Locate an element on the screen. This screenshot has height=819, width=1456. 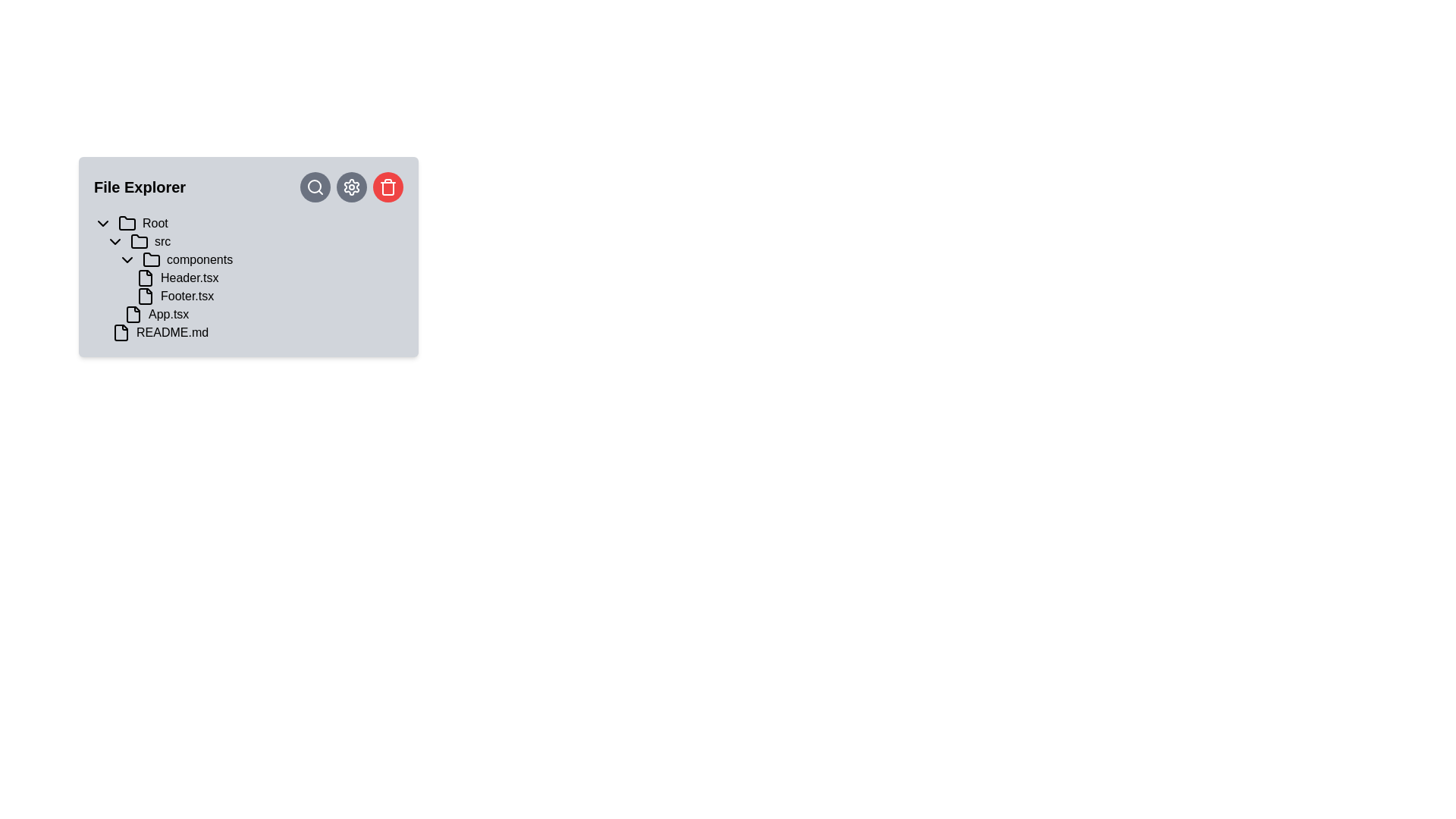
the file representation component for 'README.md' located at the bottom of the file explorer under the 'src' folder is located at coordinates (255, 332).